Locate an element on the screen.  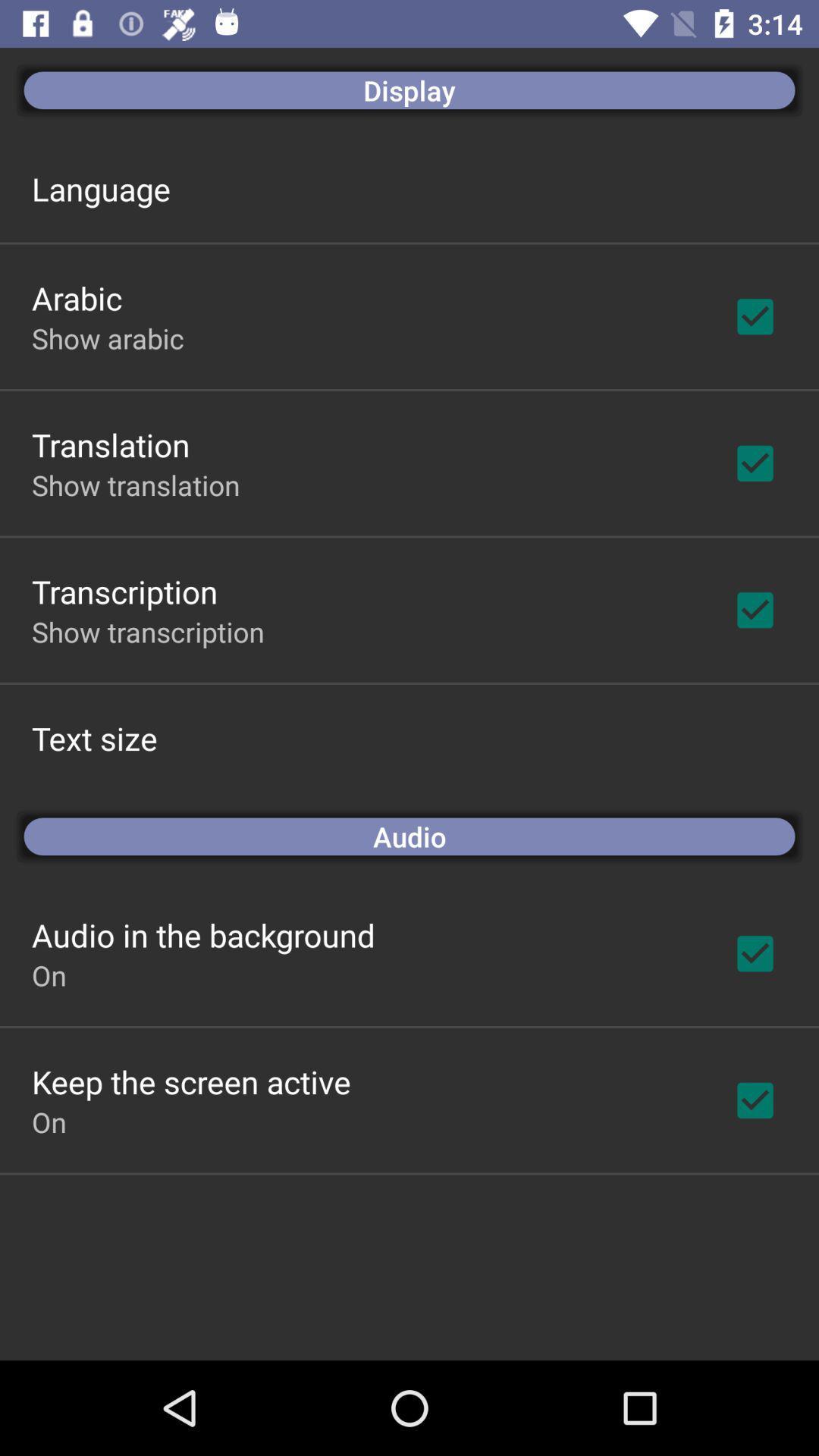
show transcription is located at coordinates (148, 632).